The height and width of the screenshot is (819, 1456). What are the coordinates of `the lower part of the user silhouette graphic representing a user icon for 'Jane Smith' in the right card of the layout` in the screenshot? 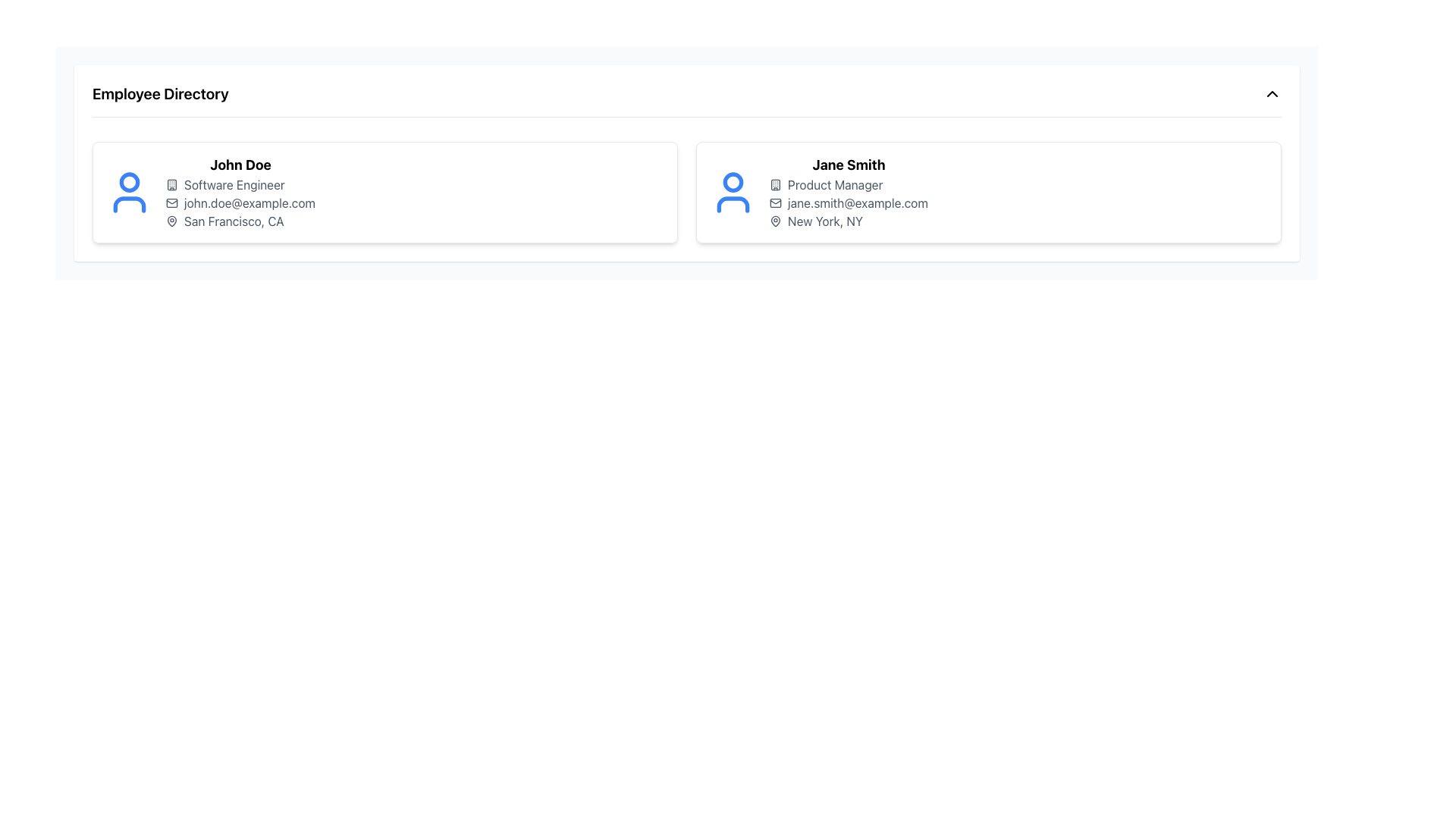 It's located at (733, 205).